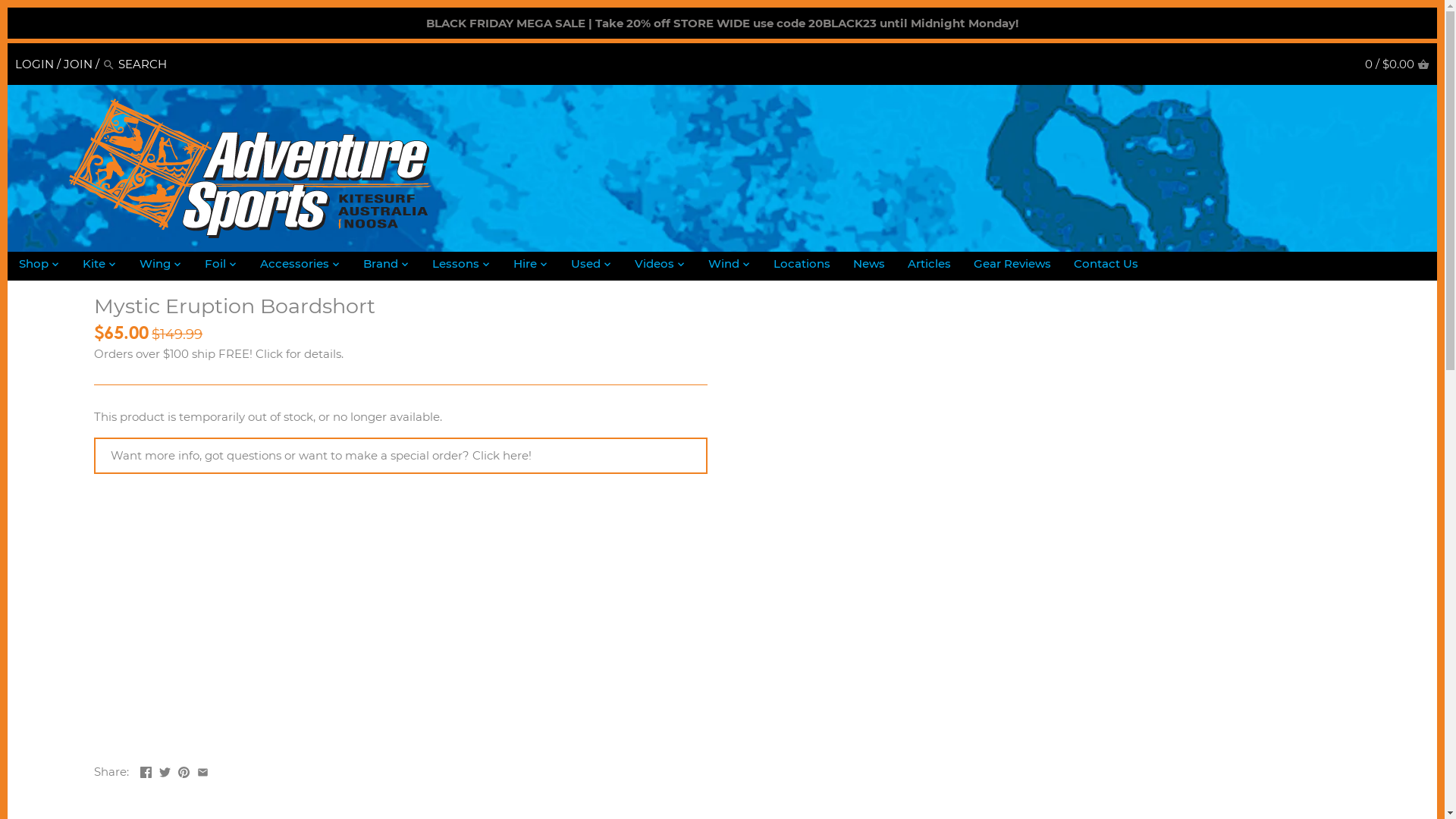 The width and height of the screenshot is (1456, 819). Describe the element at coordinates (961, 265) in the screenshot. I see `'Gear Reviews'` at that location.